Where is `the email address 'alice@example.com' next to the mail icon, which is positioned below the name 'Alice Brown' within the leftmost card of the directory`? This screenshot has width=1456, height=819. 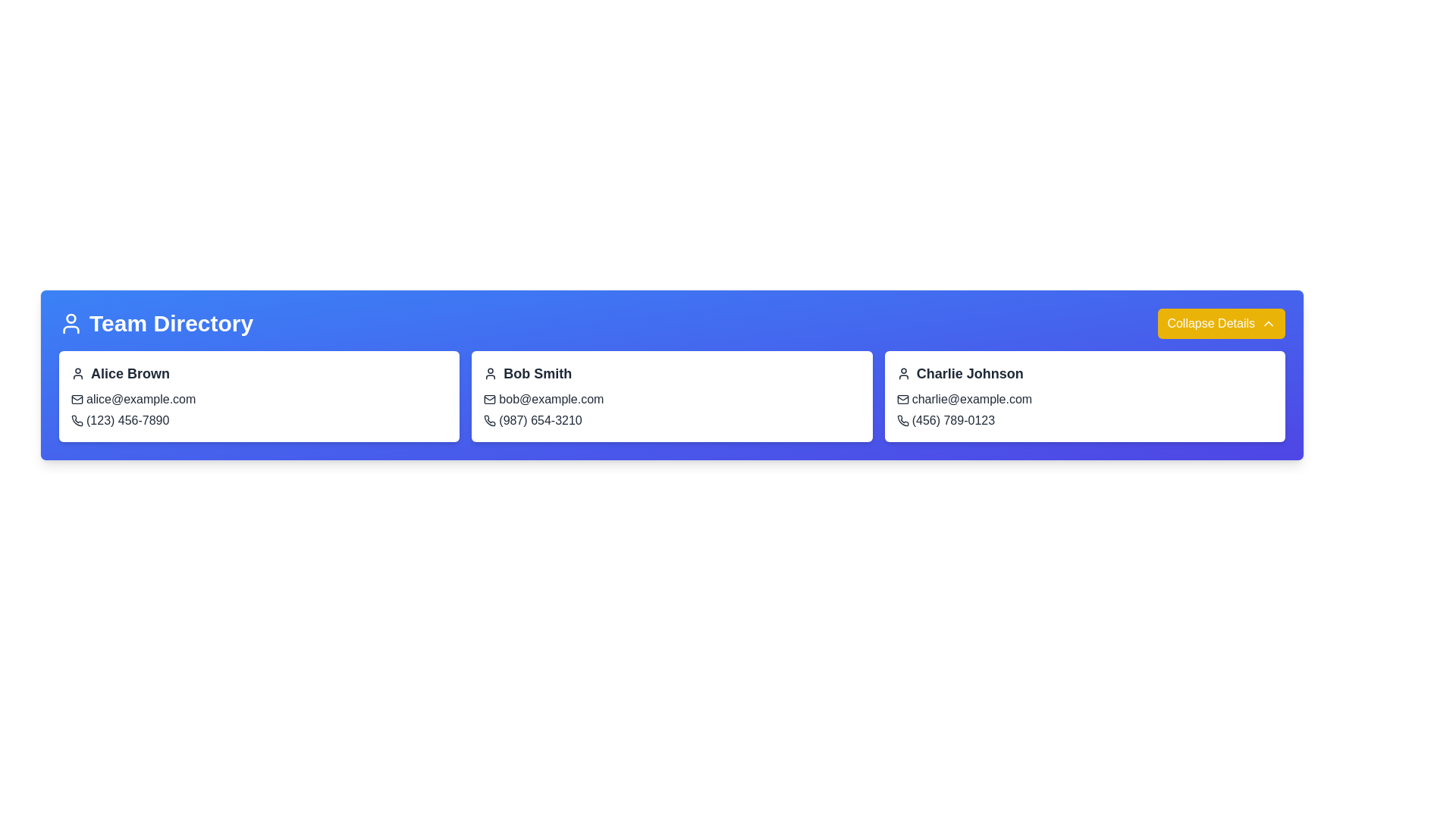 the email address 'alice@example.com' next to the mail icon, which is positioned below the name 'Alice Brown' within the leftmost card of the directory is located at coordinates (133, 399).